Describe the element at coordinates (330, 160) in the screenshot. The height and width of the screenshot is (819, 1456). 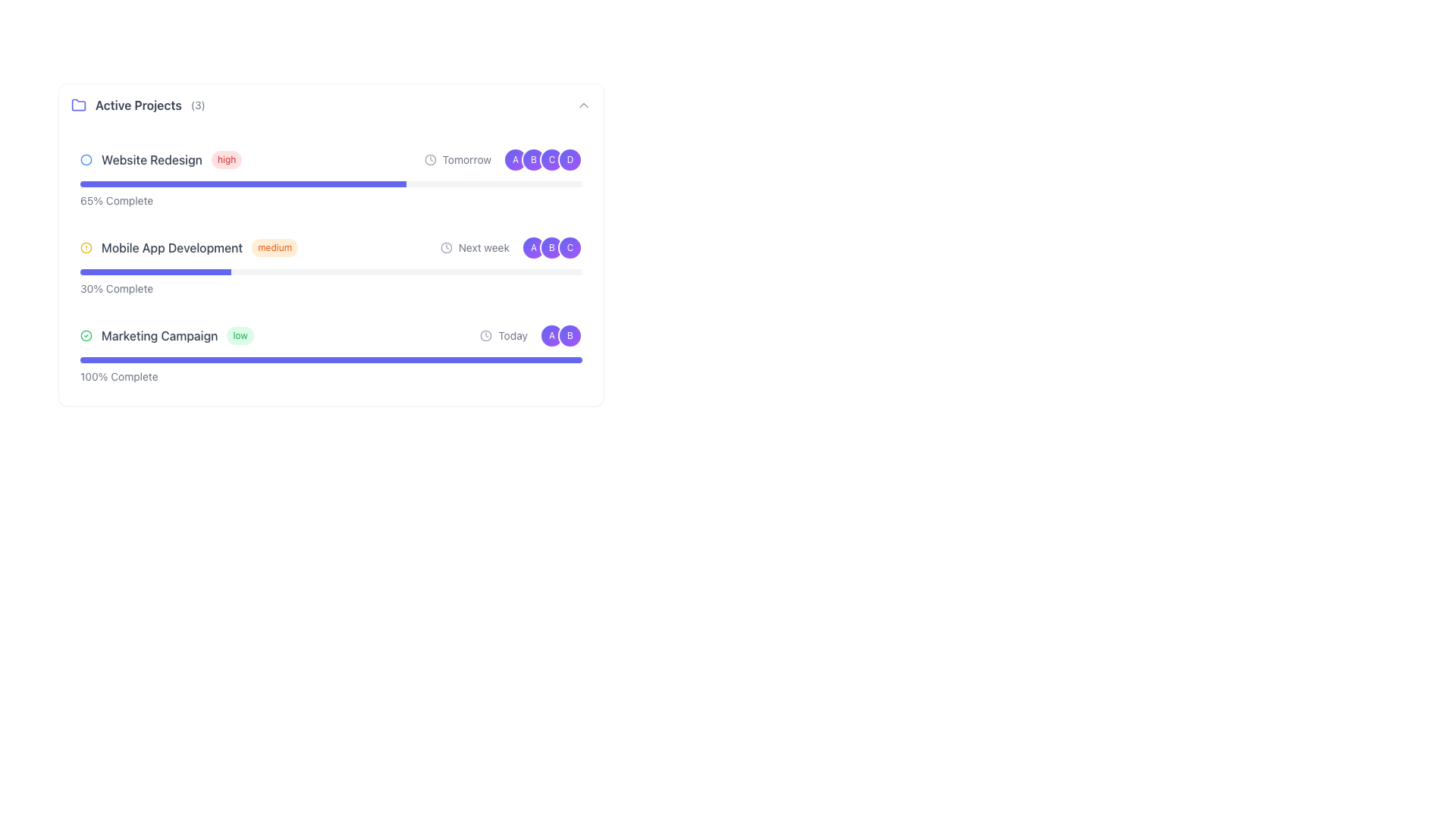
I see `details of the task represented by the List item row titled 'Website Redesign', which includes a red priority badge labeled 'high', a clock icon, and contributor initials` at that location.